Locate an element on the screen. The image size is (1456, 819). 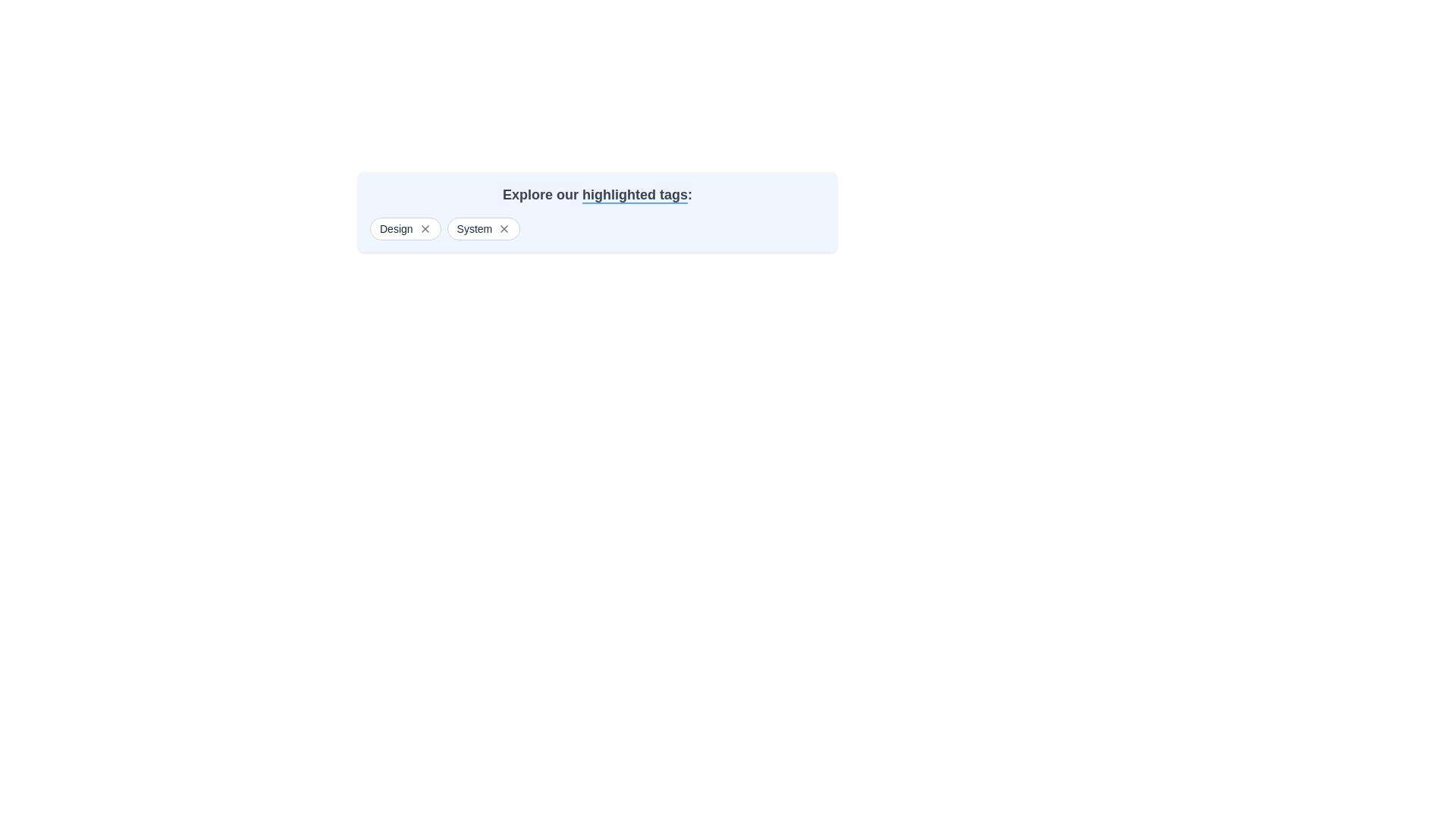
the non-interactive text label that emphasizes 'highlighted tags' in the phrase 'Explore our highlighted tags:' is located at coordinates (635, 195).